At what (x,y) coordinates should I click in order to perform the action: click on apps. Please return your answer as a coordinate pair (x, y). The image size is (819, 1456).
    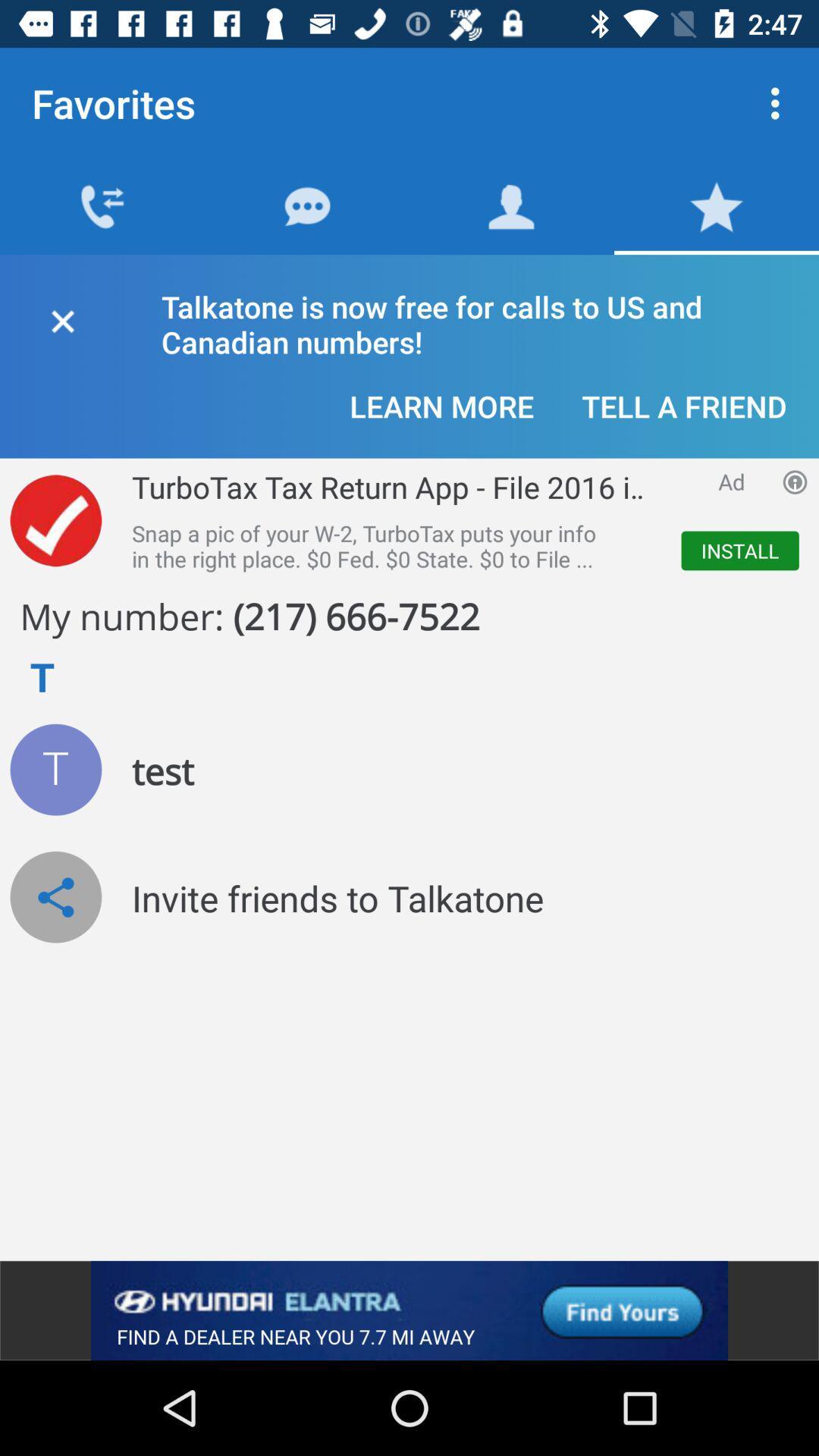
    Looking at the image, I should click on (794, 481).